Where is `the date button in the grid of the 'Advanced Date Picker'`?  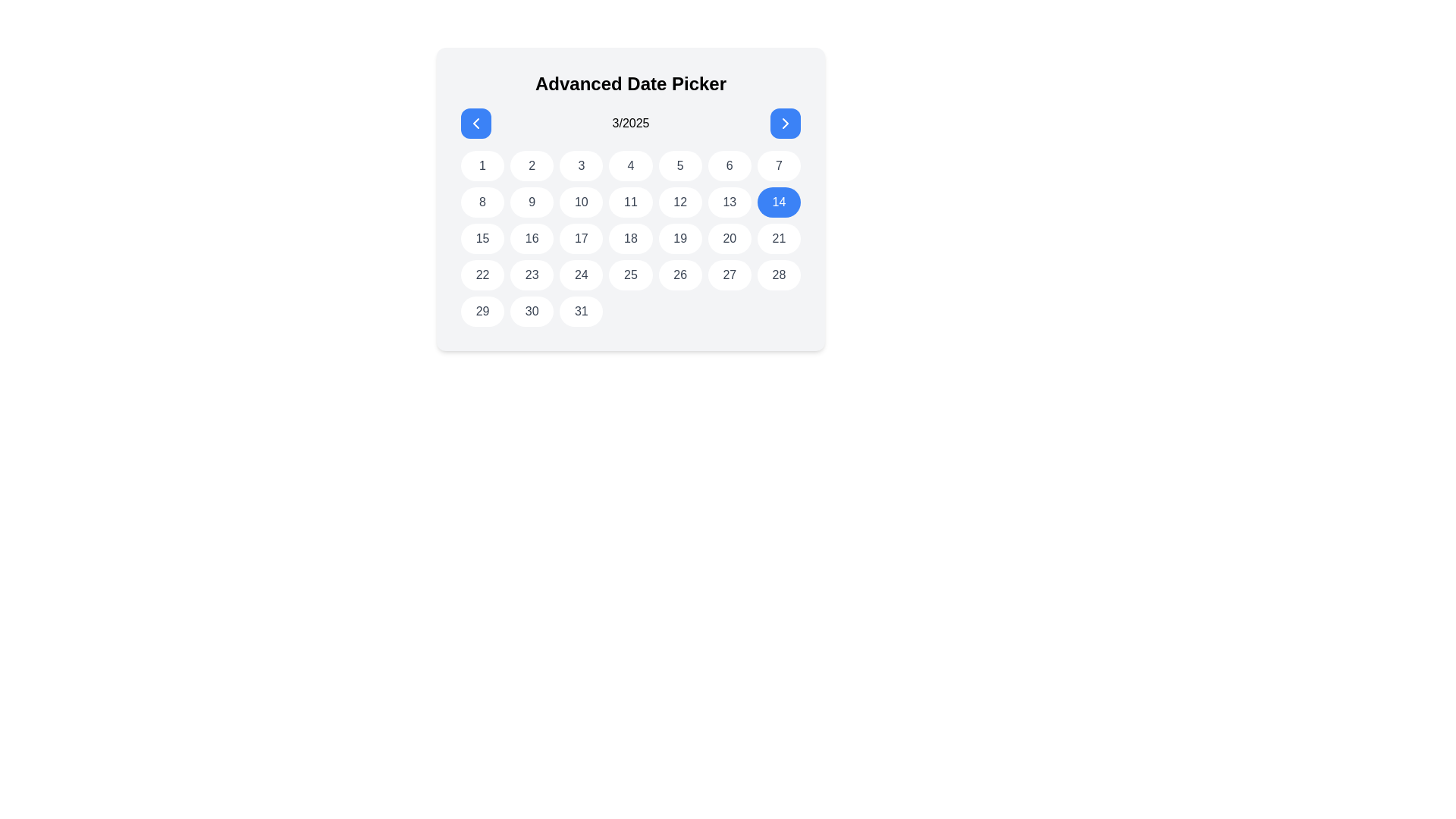
the date button in the grid of the 'Advanced Date Picker' is located at coordinates (630, 239).